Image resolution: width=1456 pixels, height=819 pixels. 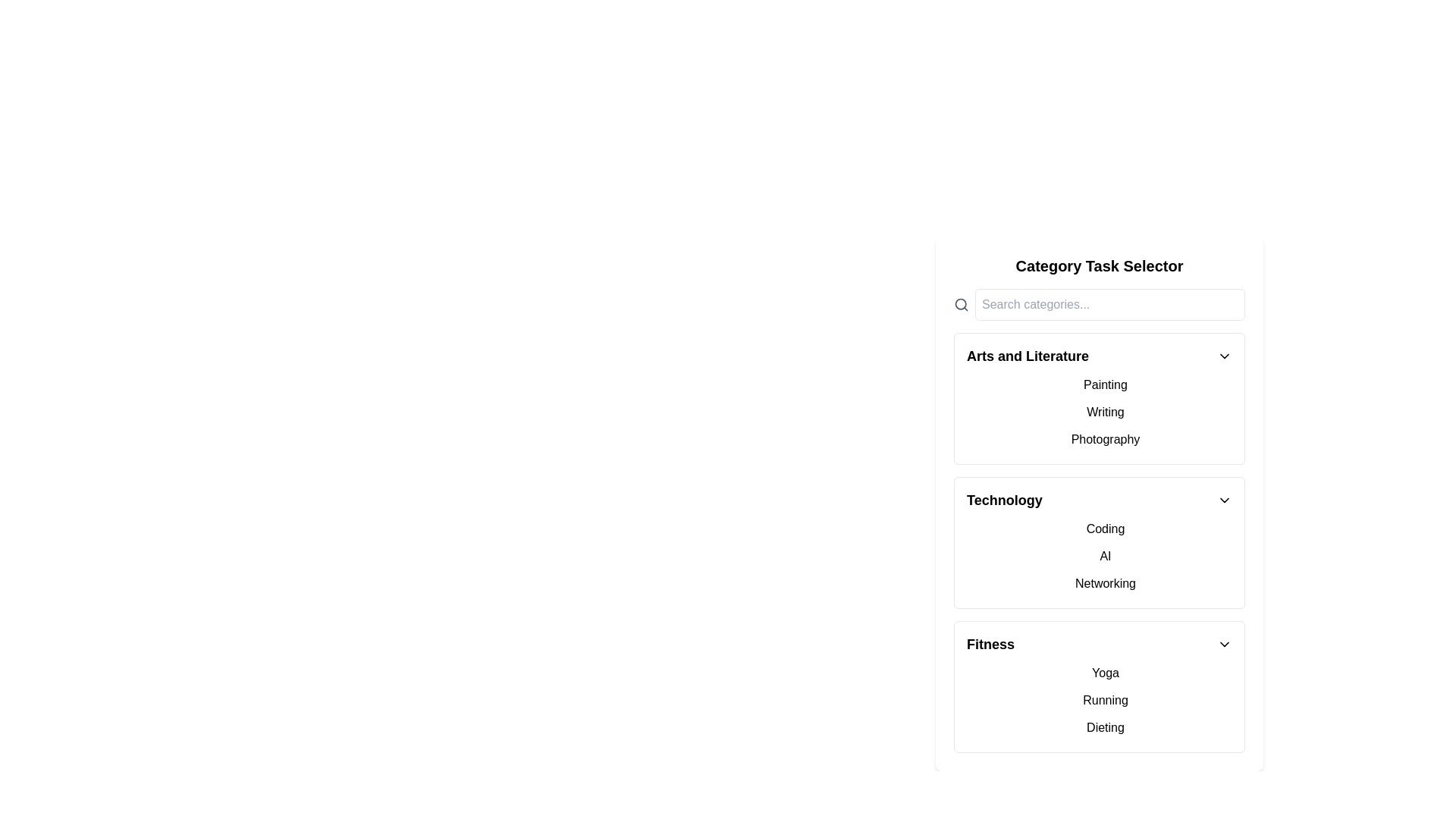 I want to click on the text item 'AI' located within the expanded 'Technology' category list, positioned between 'Coding' and 'Networking', so click(x=1099, y=556).